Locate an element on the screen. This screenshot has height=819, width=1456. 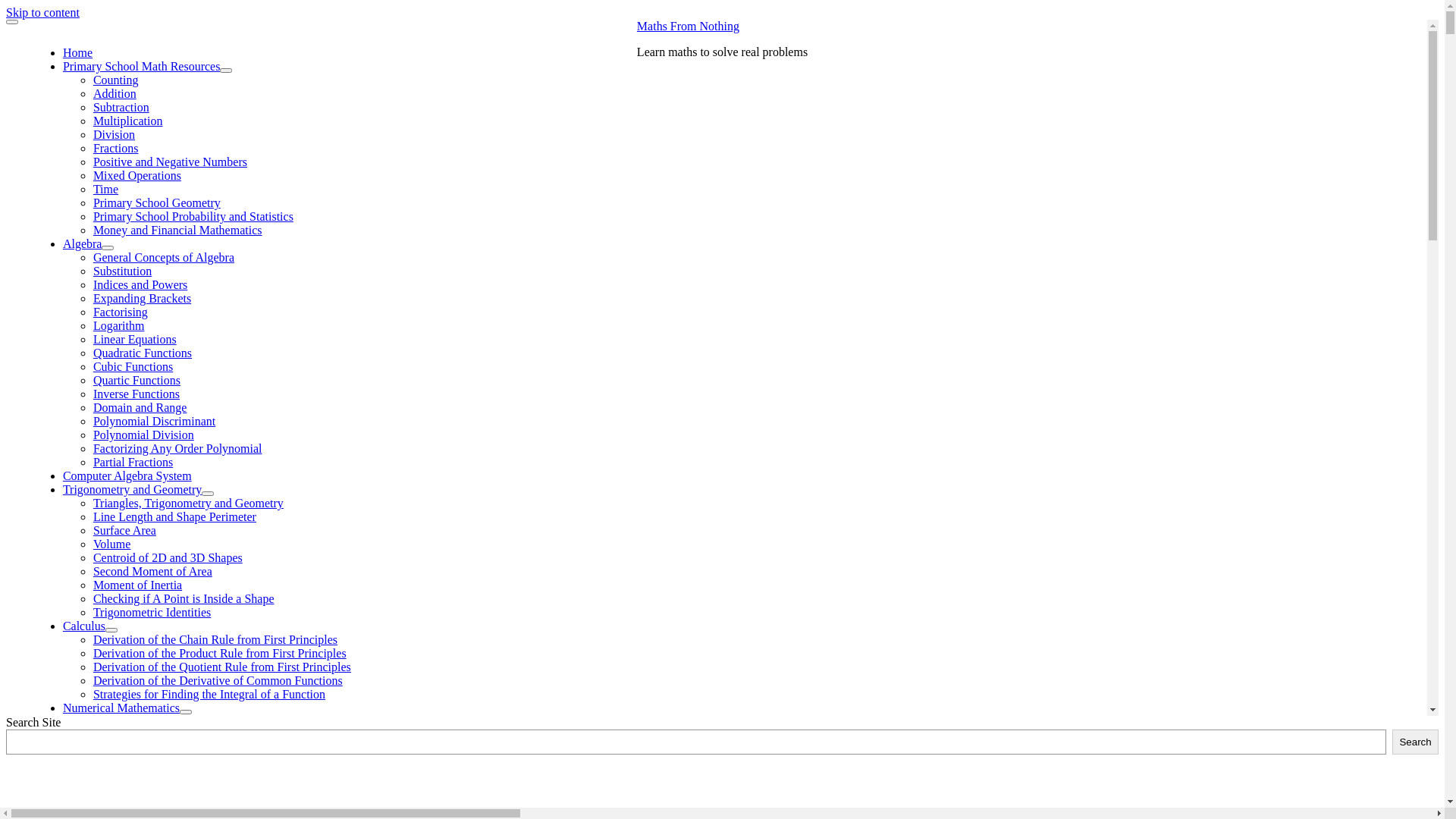
'Linear Equations' is located at coordinates (134, 338).